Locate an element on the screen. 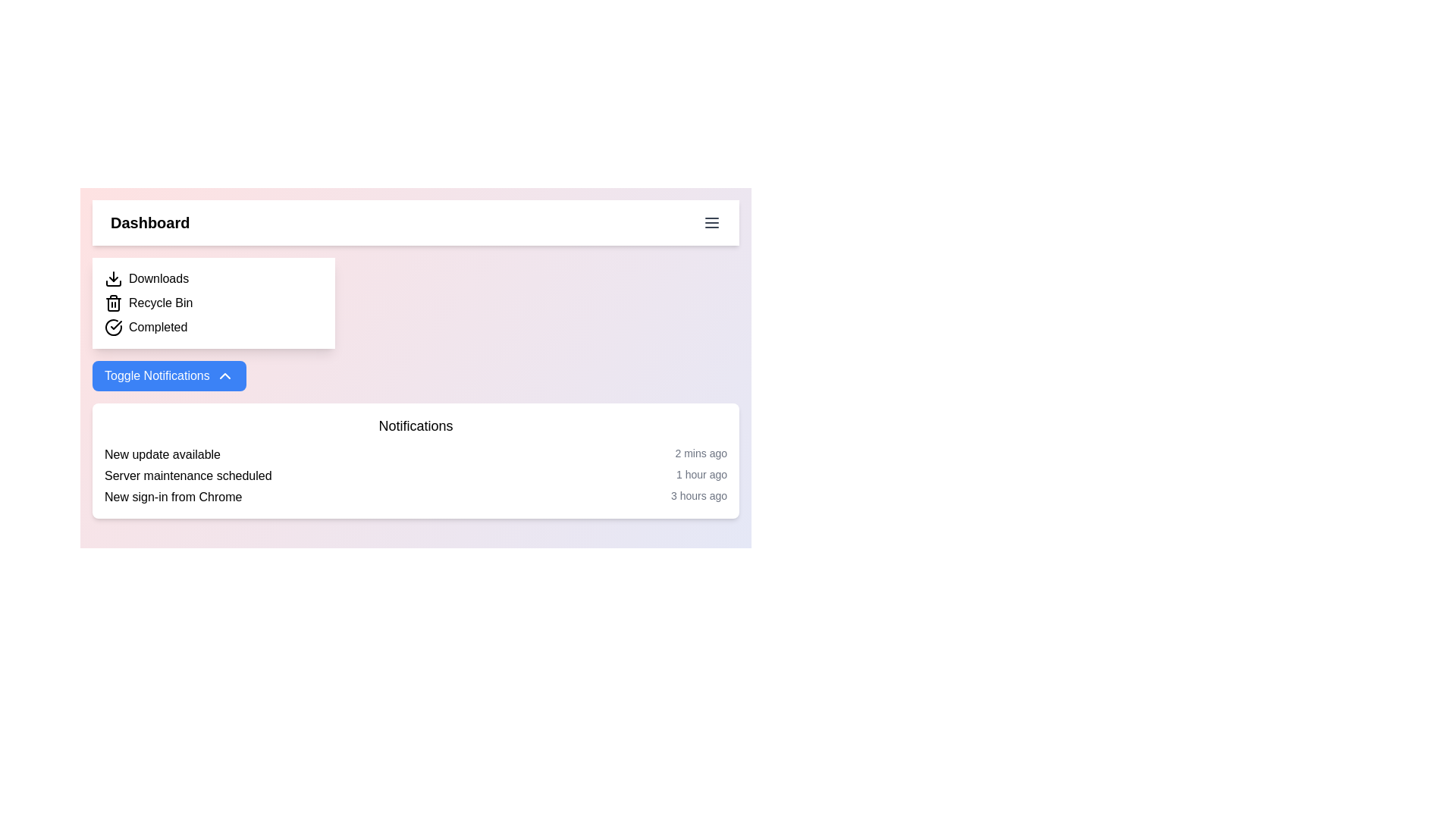  the 'Recycle Bin' icon (trash can stylized) in the vertical side menu is located at coordinates (112, 304).